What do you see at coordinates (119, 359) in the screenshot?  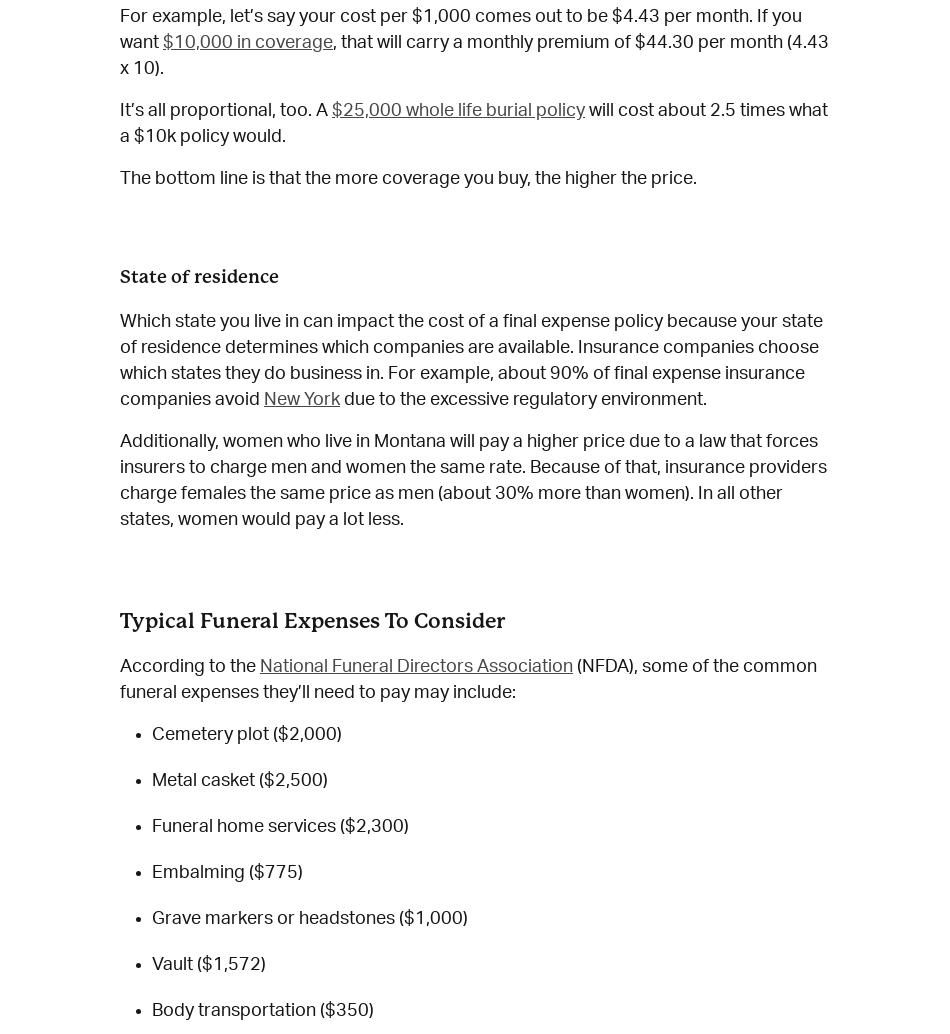 I see `'Which state you live in can impact the cost of a final expense policy because your state of residence determines which companies are available. Insurance companies choose which states they do business in. For example, about 90% of final expense insurance companies avoid'` at bounding box center [119, 359].